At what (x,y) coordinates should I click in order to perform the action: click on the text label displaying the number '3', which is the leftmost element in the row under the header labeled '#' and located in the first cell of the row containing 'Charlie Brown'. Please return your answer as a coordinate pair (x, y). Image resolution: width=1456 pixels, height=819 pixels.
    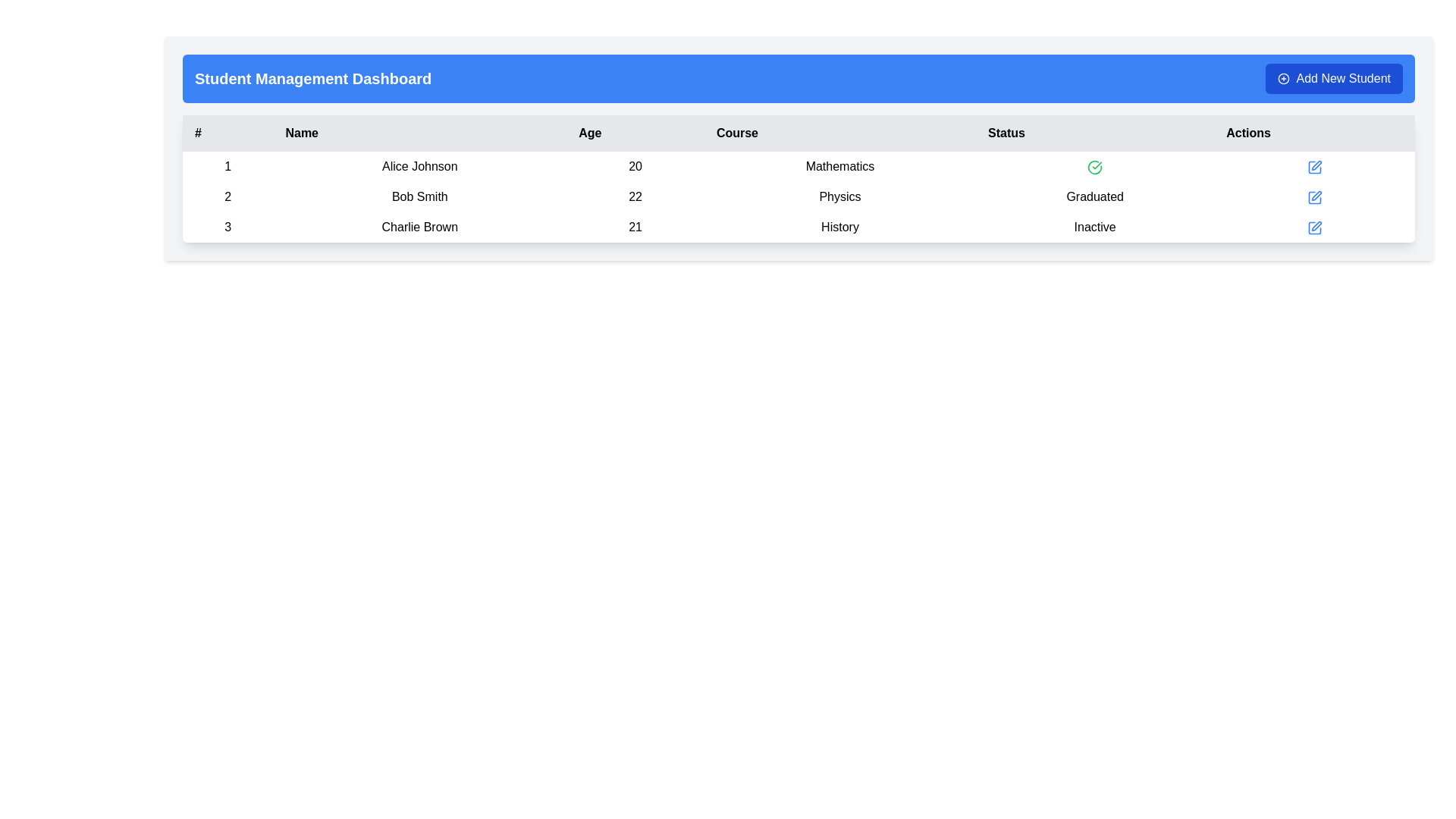
    Looking at the image, I should click on (227, 227).